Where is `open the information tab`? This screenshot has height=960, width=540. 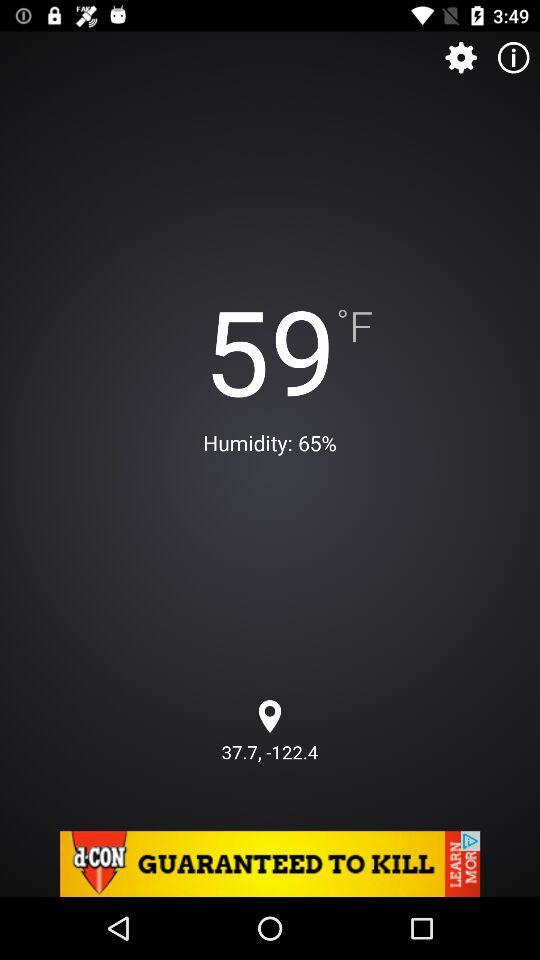 open the information tab is located at coordinates (513, 56).